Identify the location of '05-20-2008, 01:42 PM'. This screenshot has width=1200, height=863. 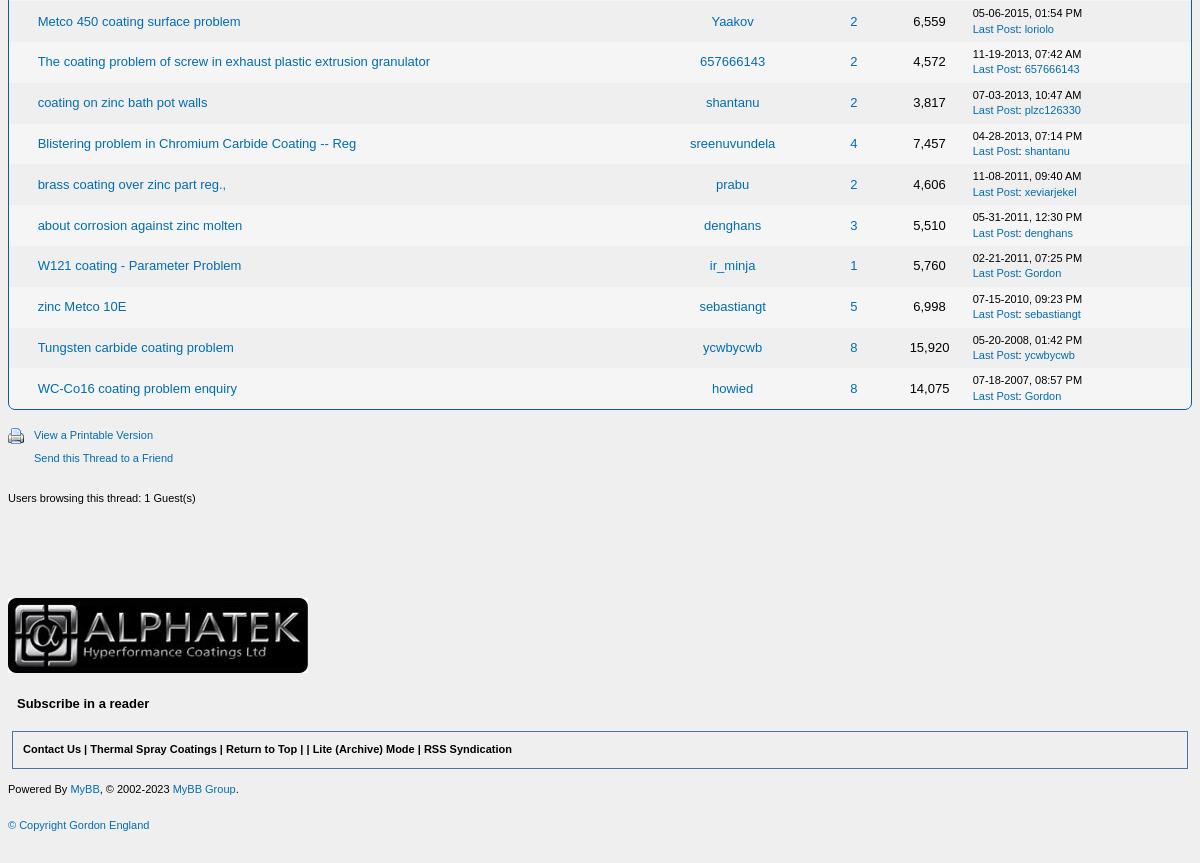
(1026, 337).